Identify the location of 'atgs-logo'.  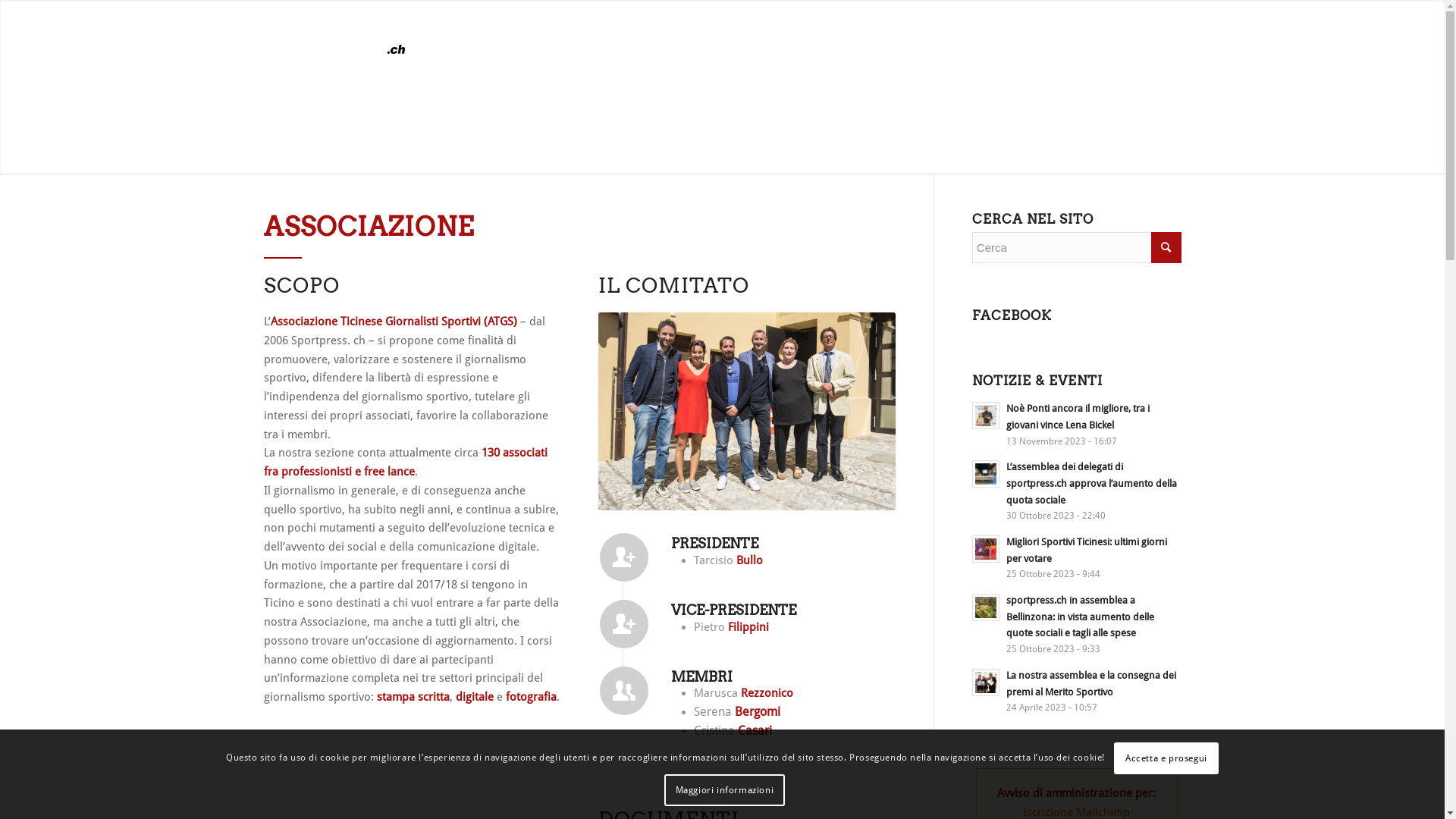
(337, 34).